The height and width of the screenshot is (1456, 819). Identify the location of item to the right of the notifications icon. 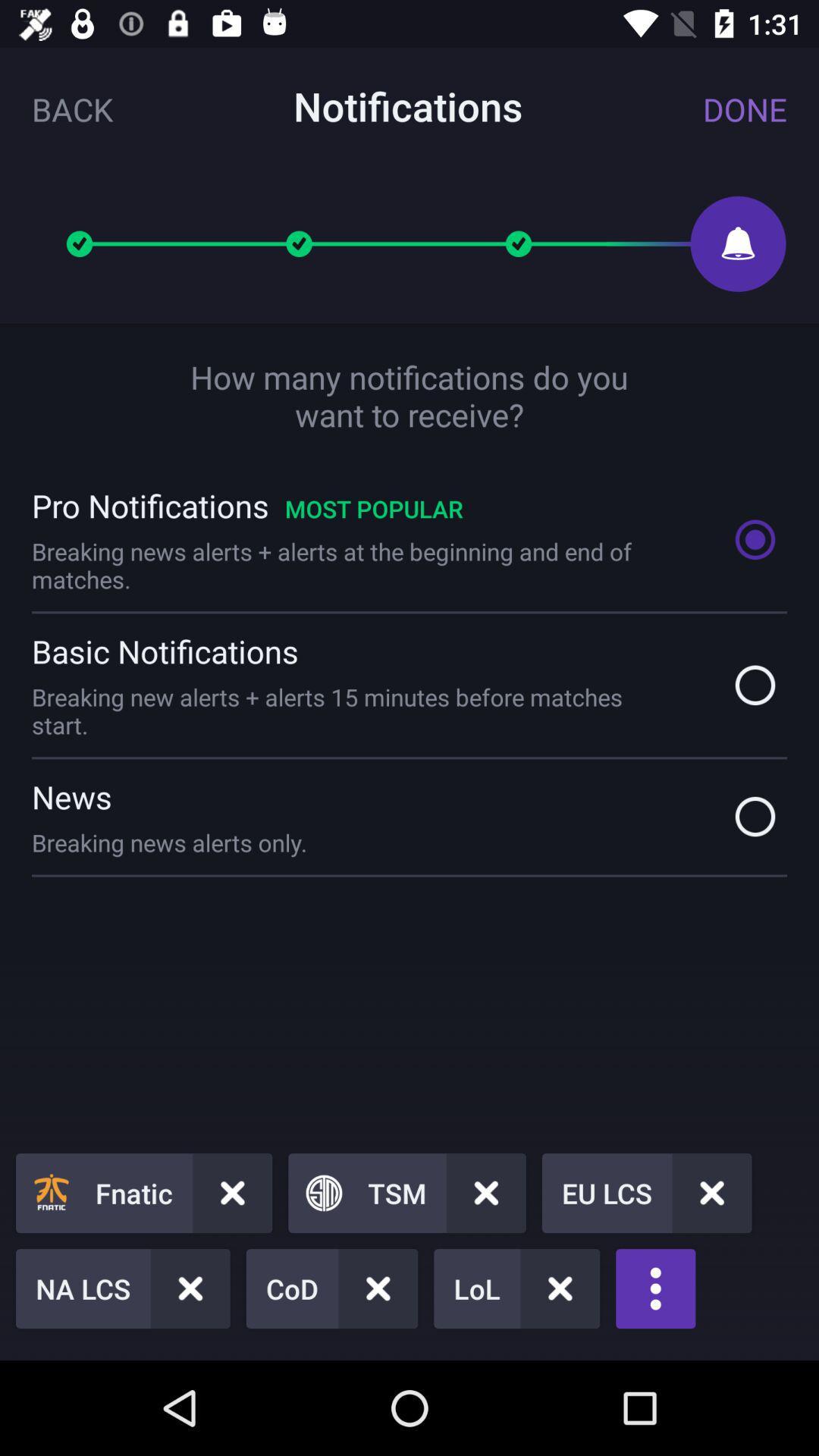
(744, 108).